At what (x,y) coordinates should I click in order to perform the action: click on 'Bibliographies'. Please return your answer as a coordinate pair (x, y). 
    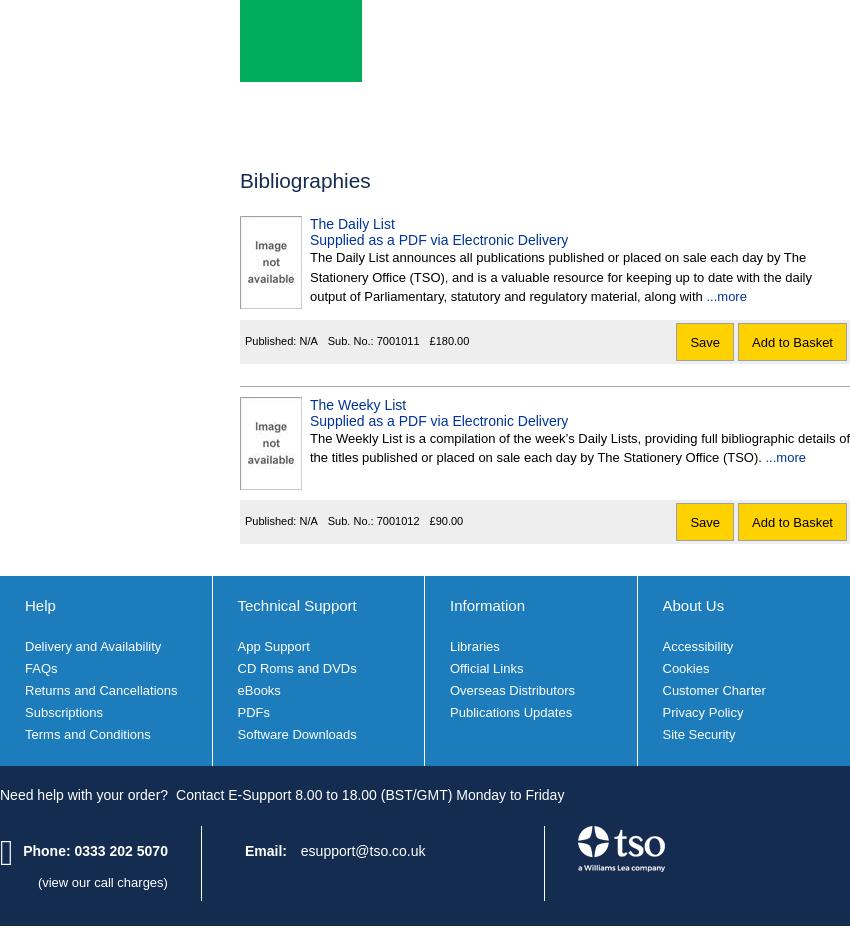
    Looking at the image, I should click on (304, 180).